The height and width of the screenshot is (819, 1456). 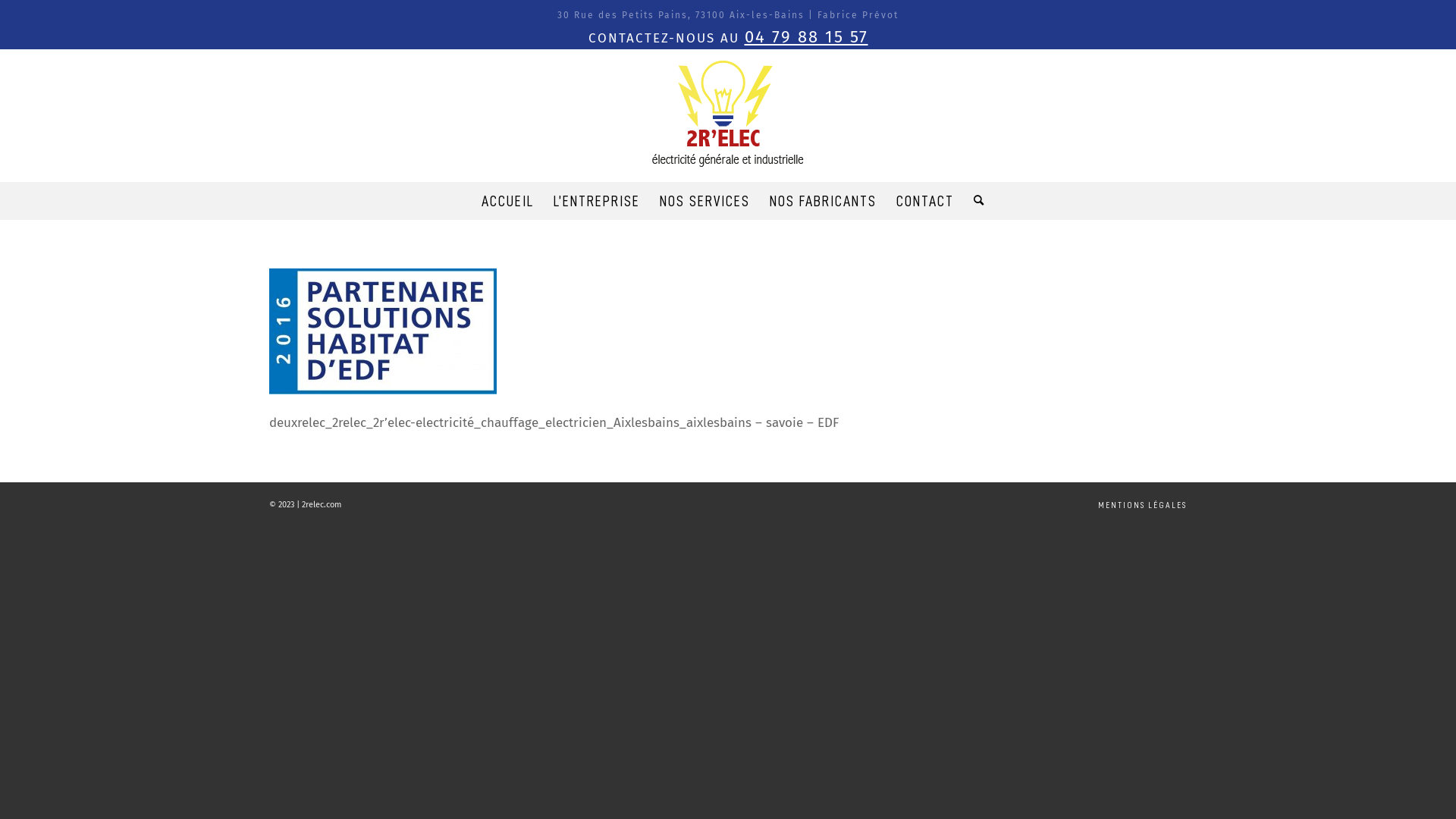 What do you see at coordinates (648, 200) in the screenshot?
I see `'NOS SERVICES'` at bounding box center [648, 200].